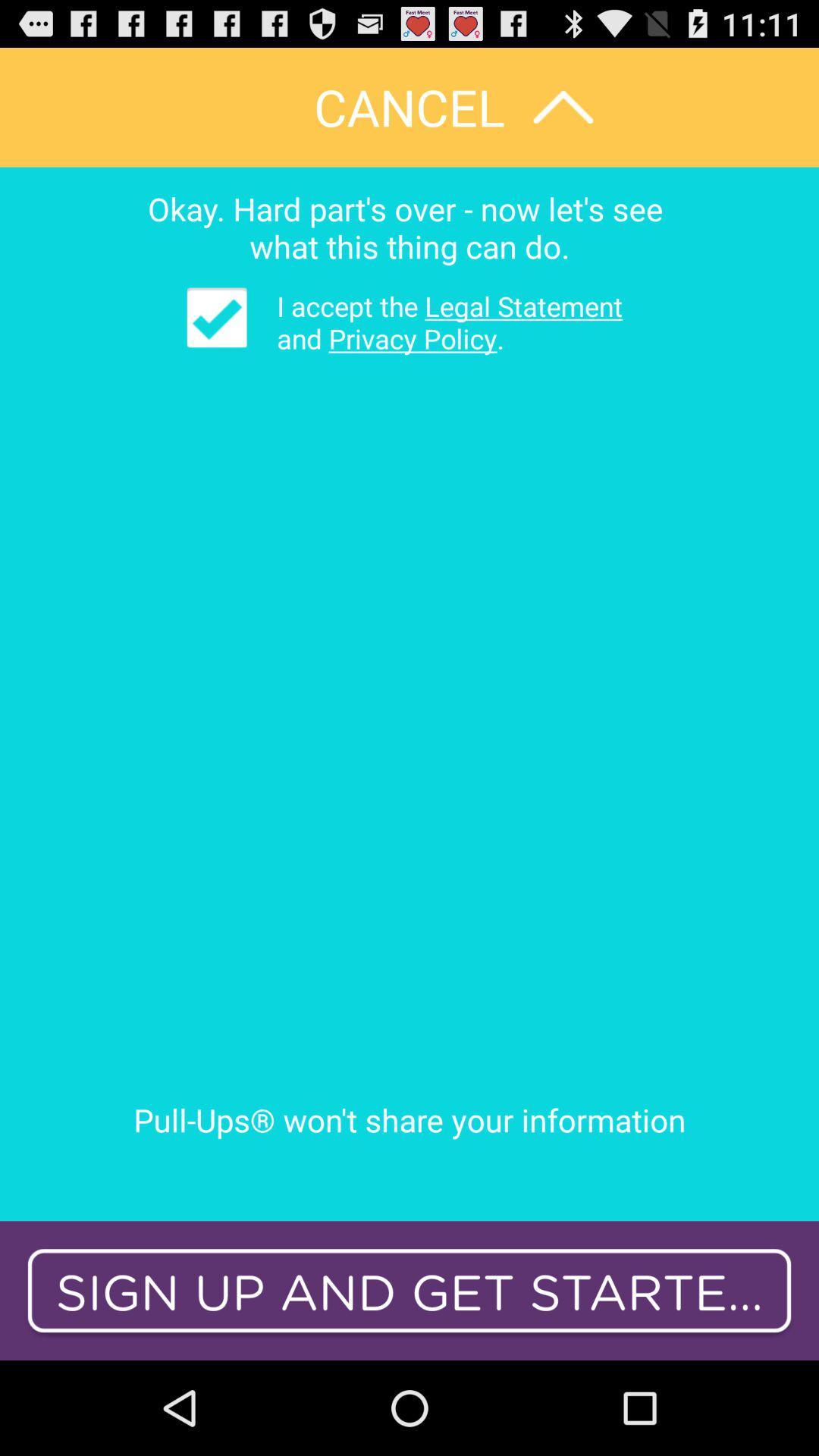  Describe the element at coordinates (409, 1290) in the screenshot. I see `icon below pull ups won app` at that location.